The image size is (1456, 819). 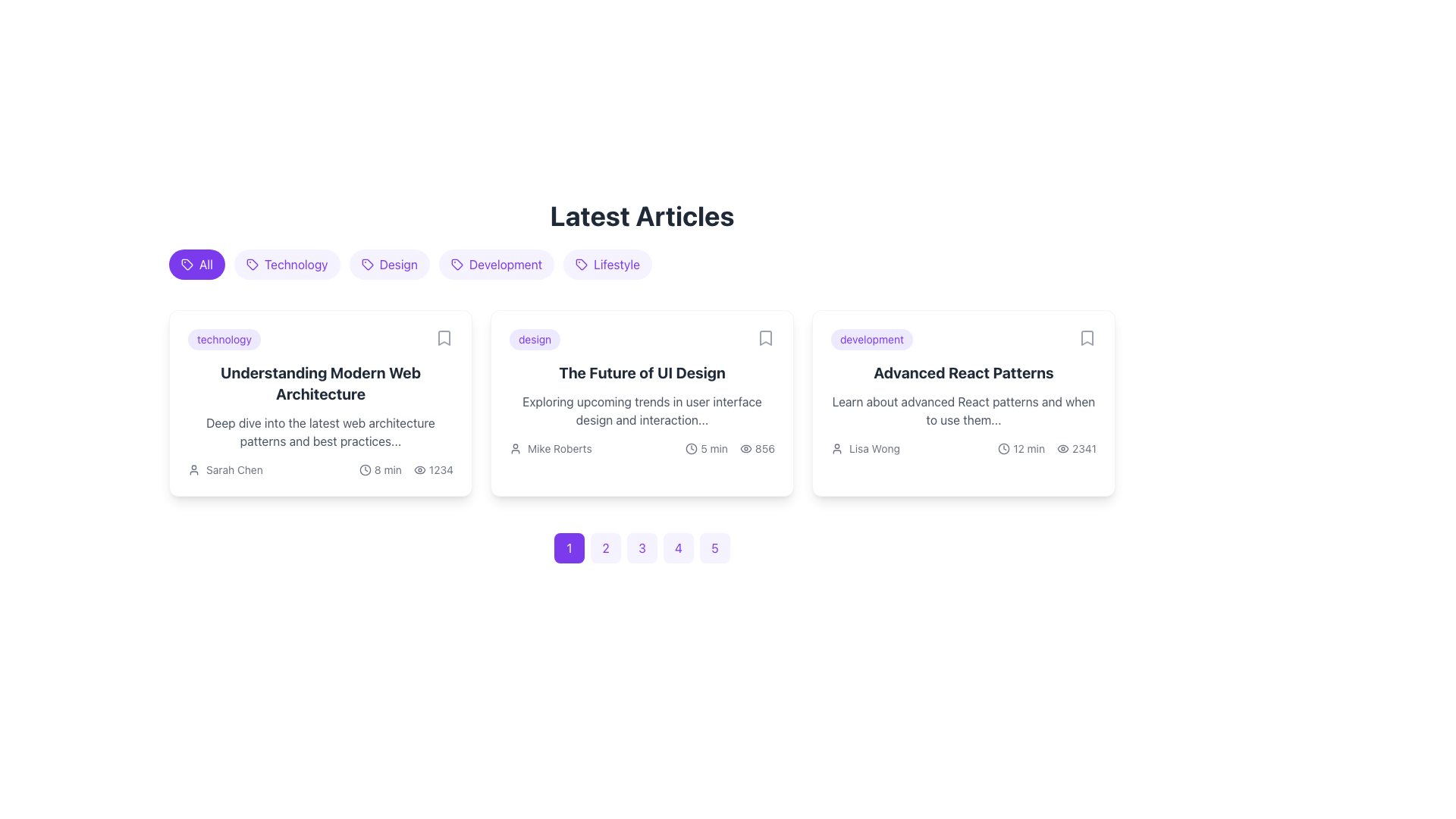 What do you see at coordinates (706, 447) in the screenshot?
I see `the estimated reading time element, which is a text with an accompanying icon, located in the second article card under the 'Latest Articles' section` at bounding box center [706, 447].